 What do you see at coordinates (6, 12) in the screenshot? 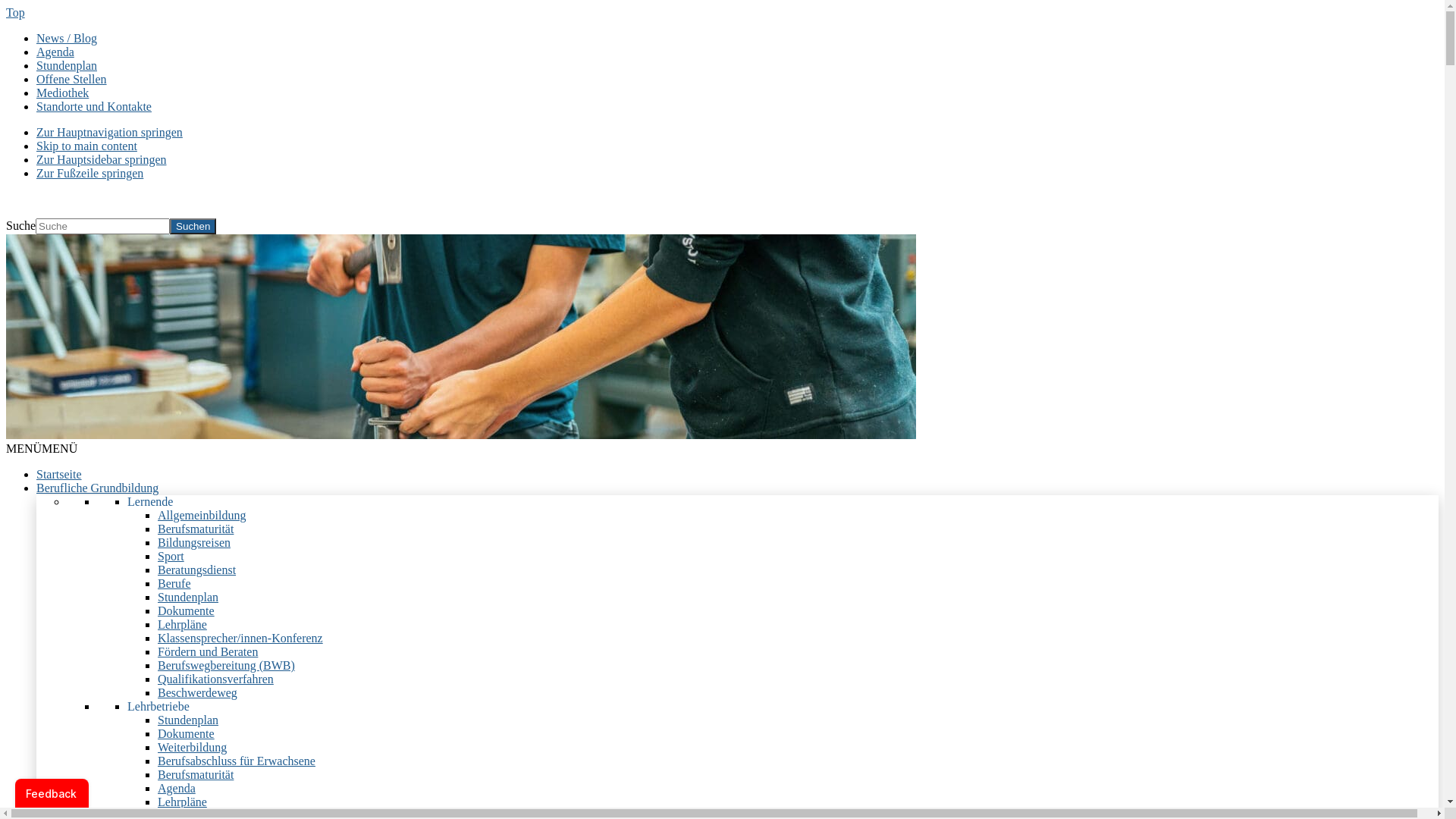
I see `'Top'` at bounding box center [6, 12].